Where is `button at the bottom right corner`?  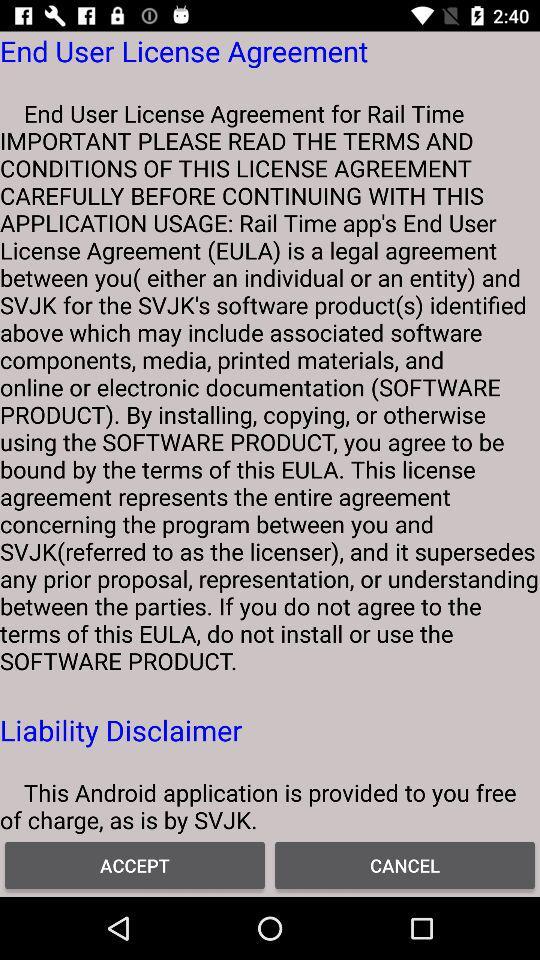
button at the bottom right corner is located at coordinates (405, 864).